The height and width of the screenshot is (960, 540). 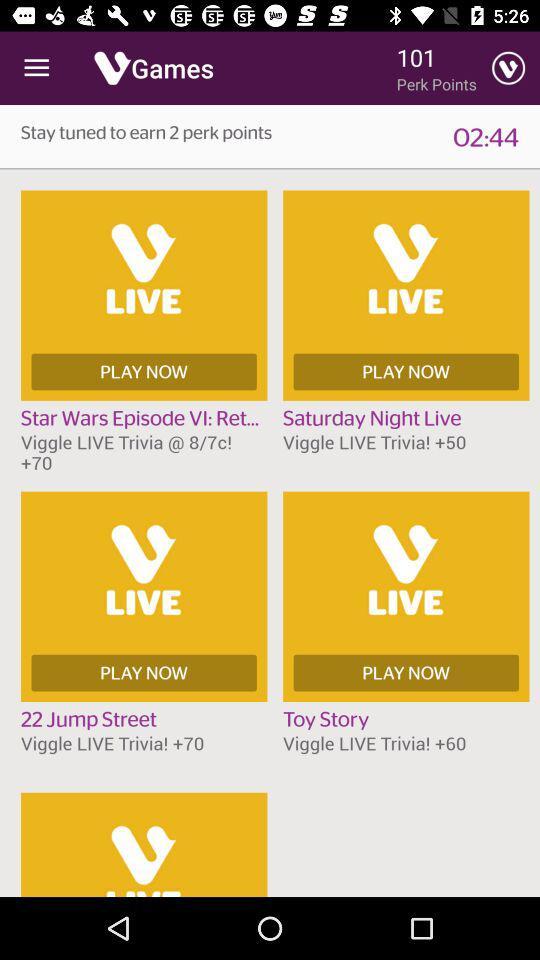 What do you see at coordinates (508, 68) in the screenshot?
I see `item next to perk points icon` at bounding box center [508, 68].